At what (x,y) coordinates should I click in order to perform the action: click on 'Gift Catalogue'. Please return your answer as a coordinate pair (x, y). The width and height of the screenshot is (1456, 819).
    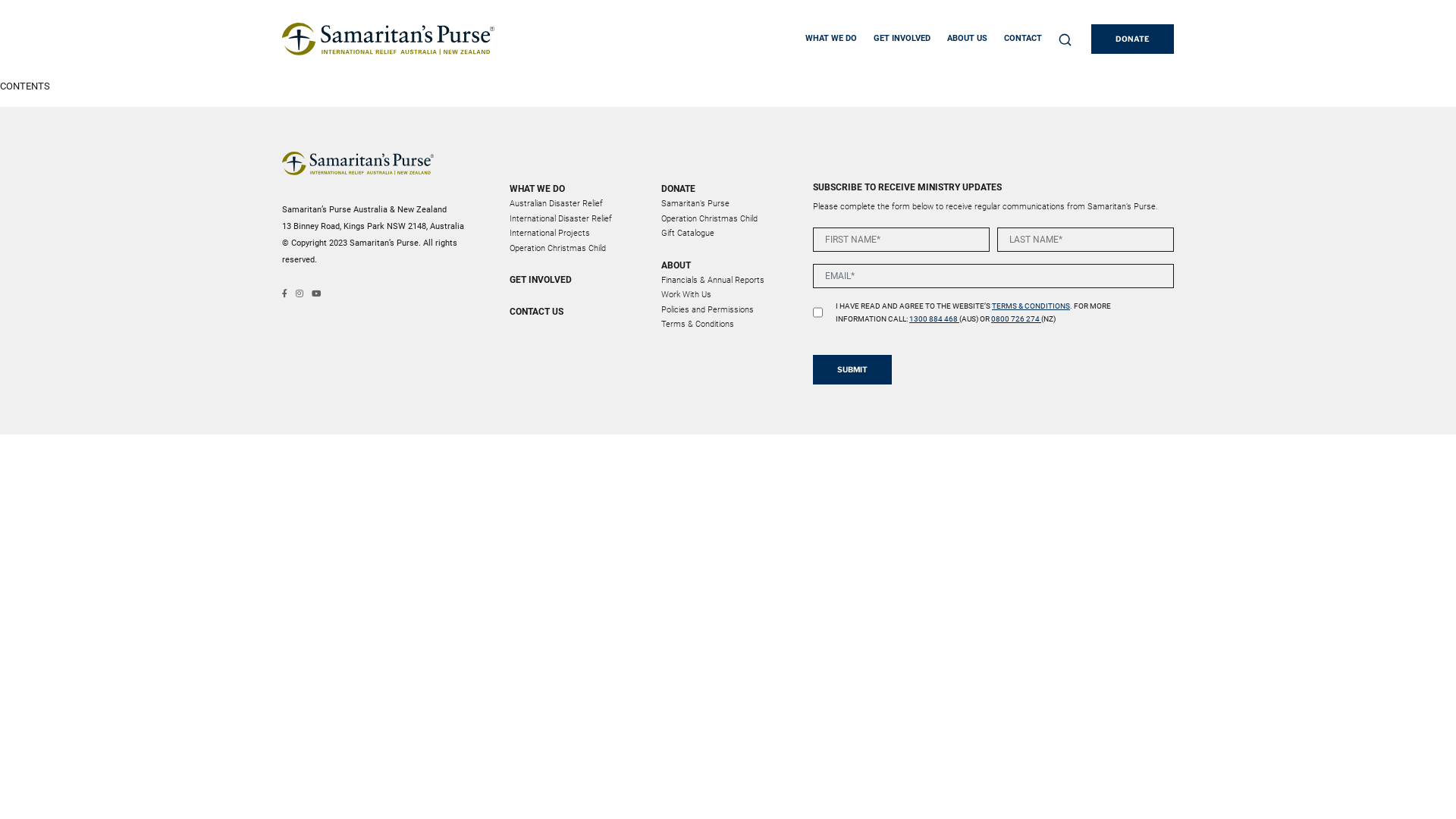
    Looking at the image, I should click on (687, 233).